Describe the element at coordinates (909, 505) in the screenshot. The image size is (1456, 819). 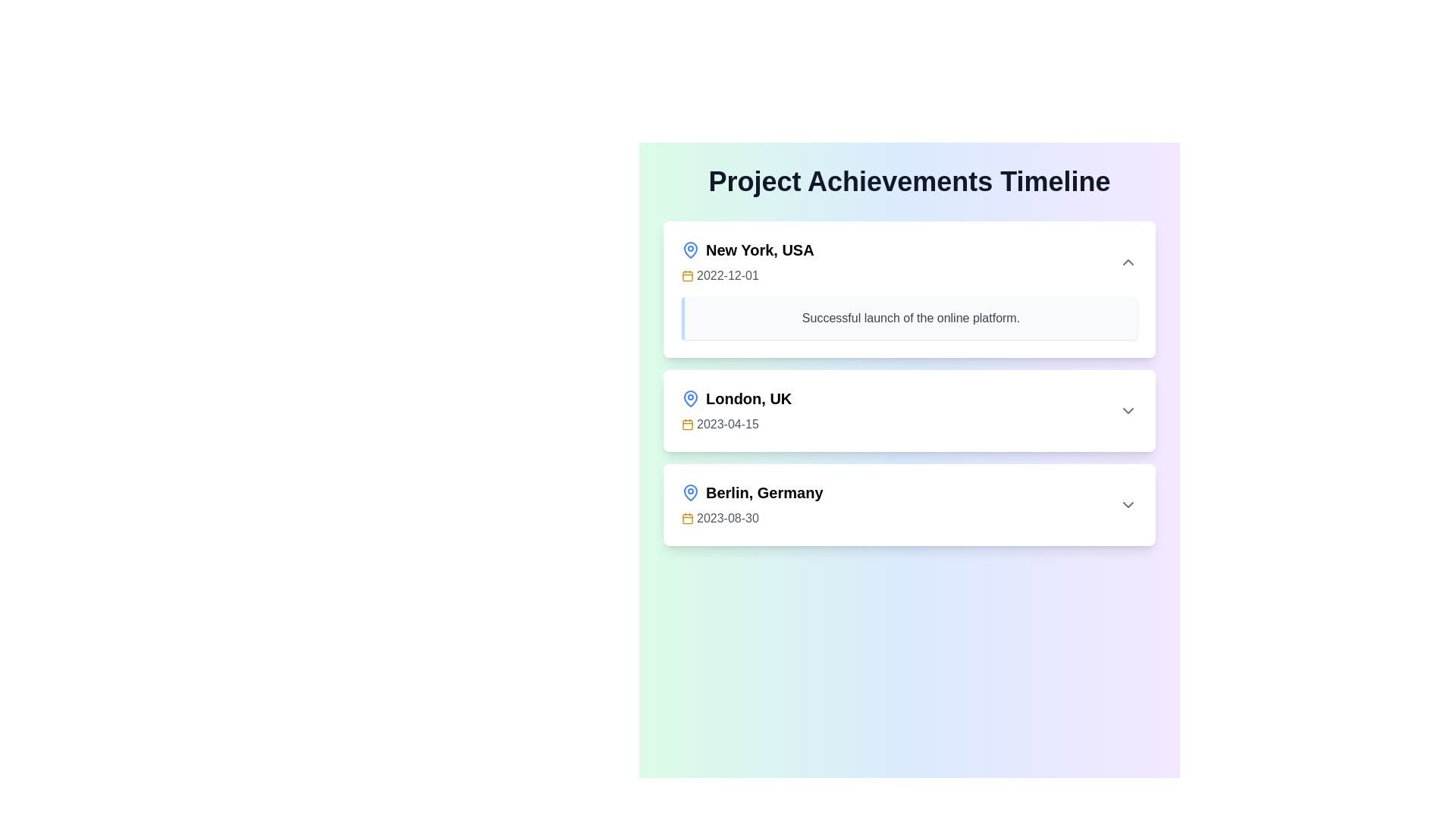
I see `information contained in the event entry for "Berlin, Germany" dated "2023-08-30", which is the third entry in a vertical list of event items` at that location.